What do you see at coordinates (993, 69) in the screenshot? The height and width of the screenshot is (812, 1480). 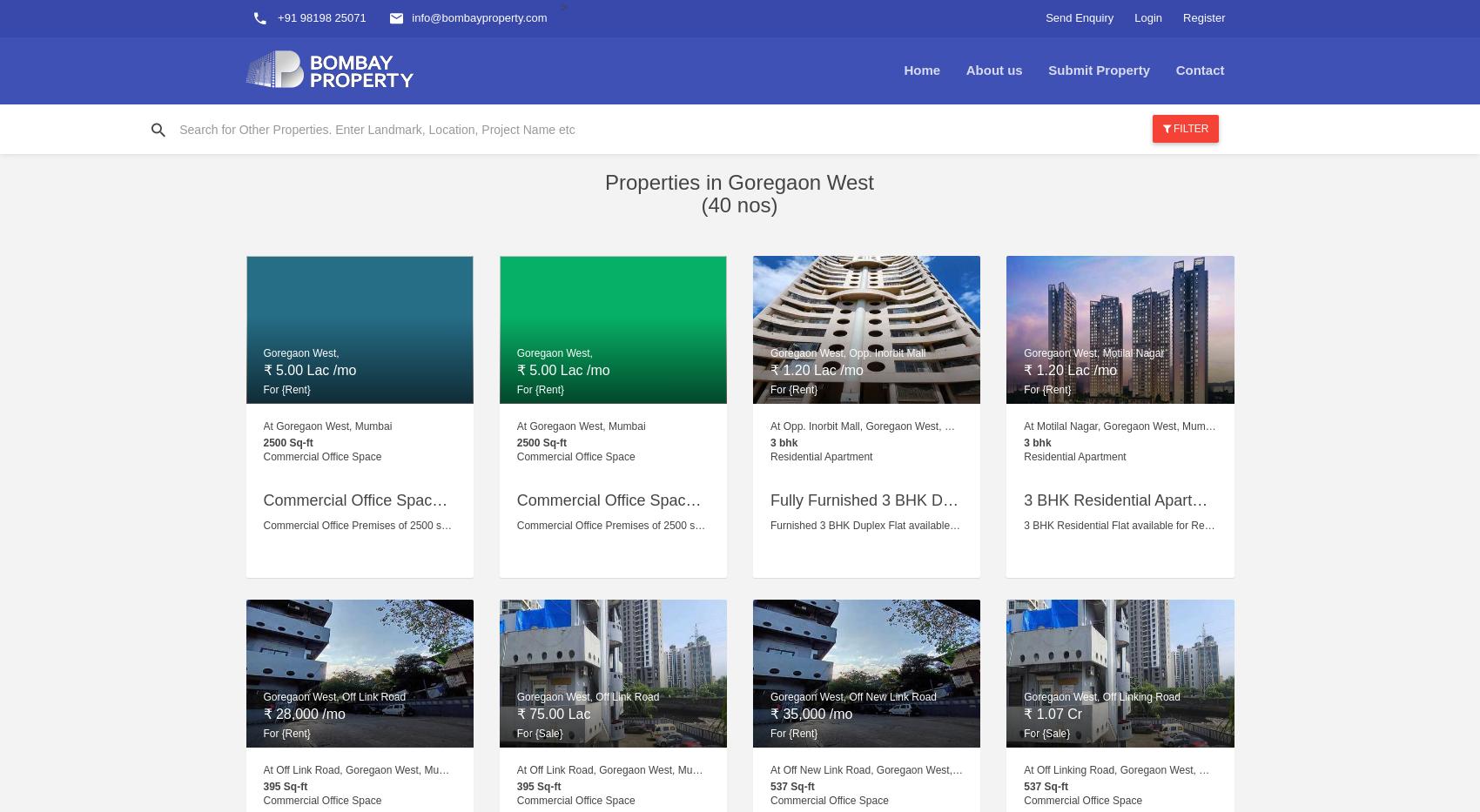 I see `'About us'` at bounding box center [993, 69].